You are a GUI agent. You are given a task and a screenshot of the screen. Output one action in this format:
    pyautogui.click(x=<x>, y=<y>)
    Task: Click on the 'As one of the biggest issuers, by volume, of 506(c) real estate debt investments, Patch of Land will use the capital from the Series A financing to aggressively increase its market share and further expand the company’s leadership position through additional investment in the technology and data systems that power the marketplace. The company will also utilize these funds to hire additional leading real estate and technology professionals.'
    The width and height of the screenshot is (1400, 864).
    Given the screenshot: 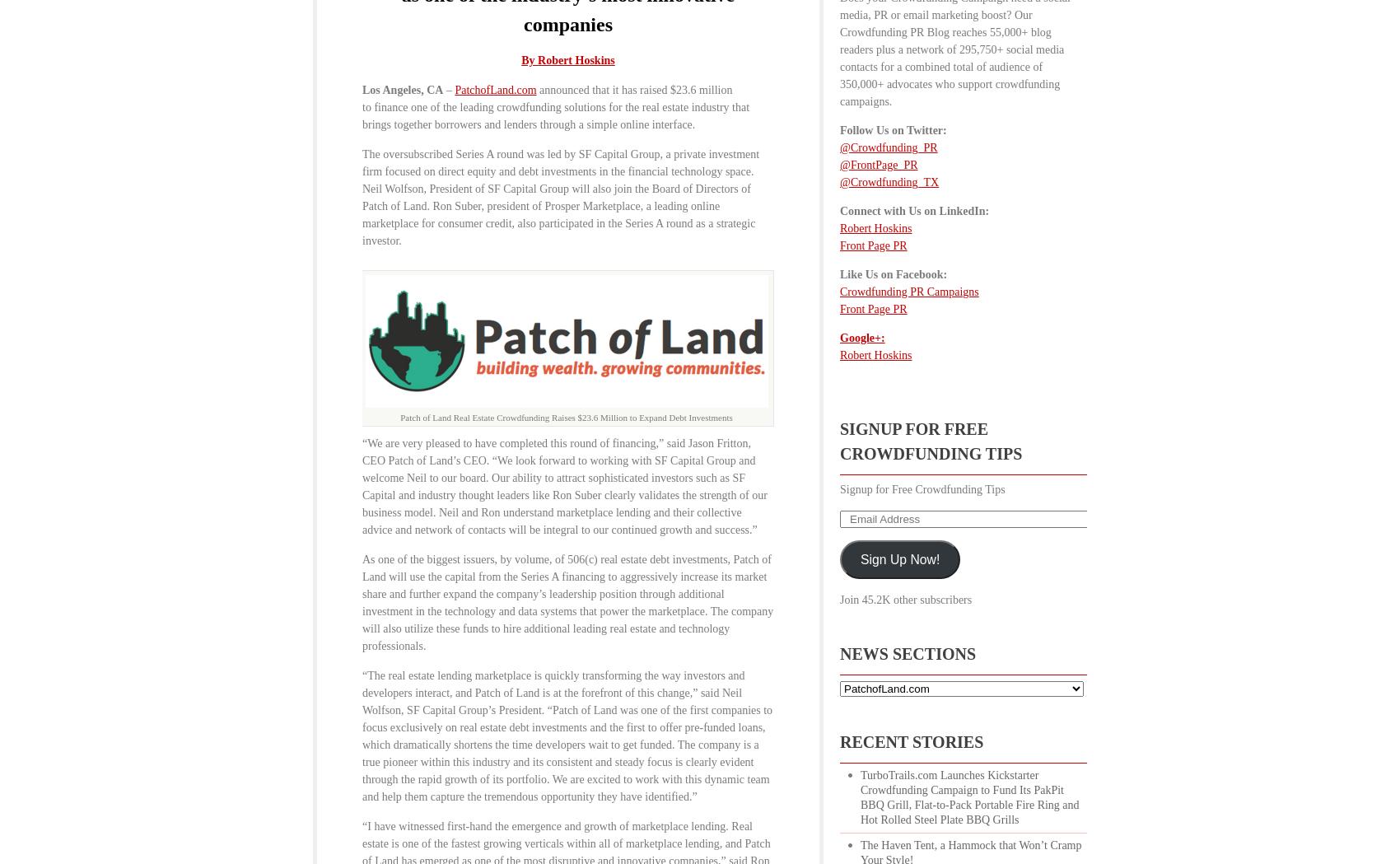 What is the action you would take?
    pyautogui.click(x=567, y=601)
    